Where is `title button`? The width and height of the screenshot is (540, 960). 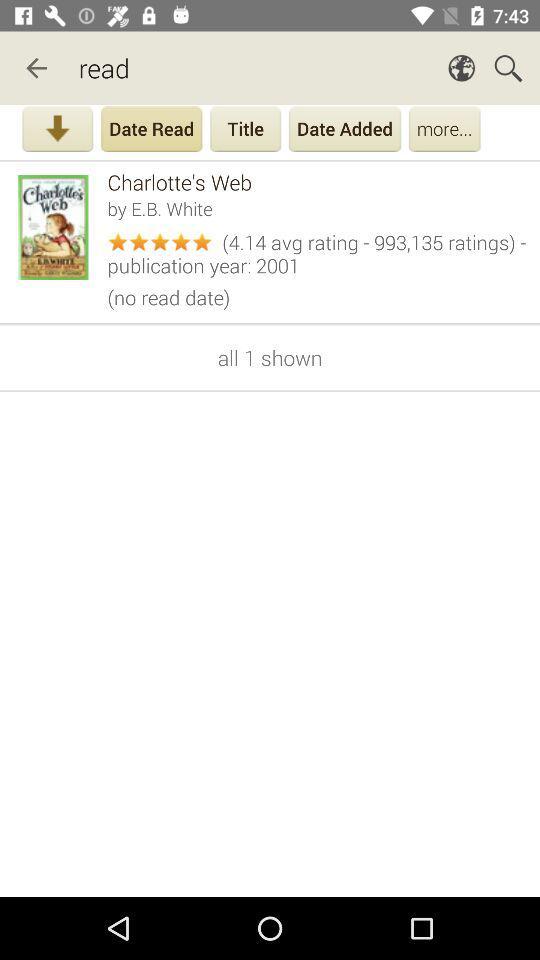
title button is located at coordinates (245, 130).